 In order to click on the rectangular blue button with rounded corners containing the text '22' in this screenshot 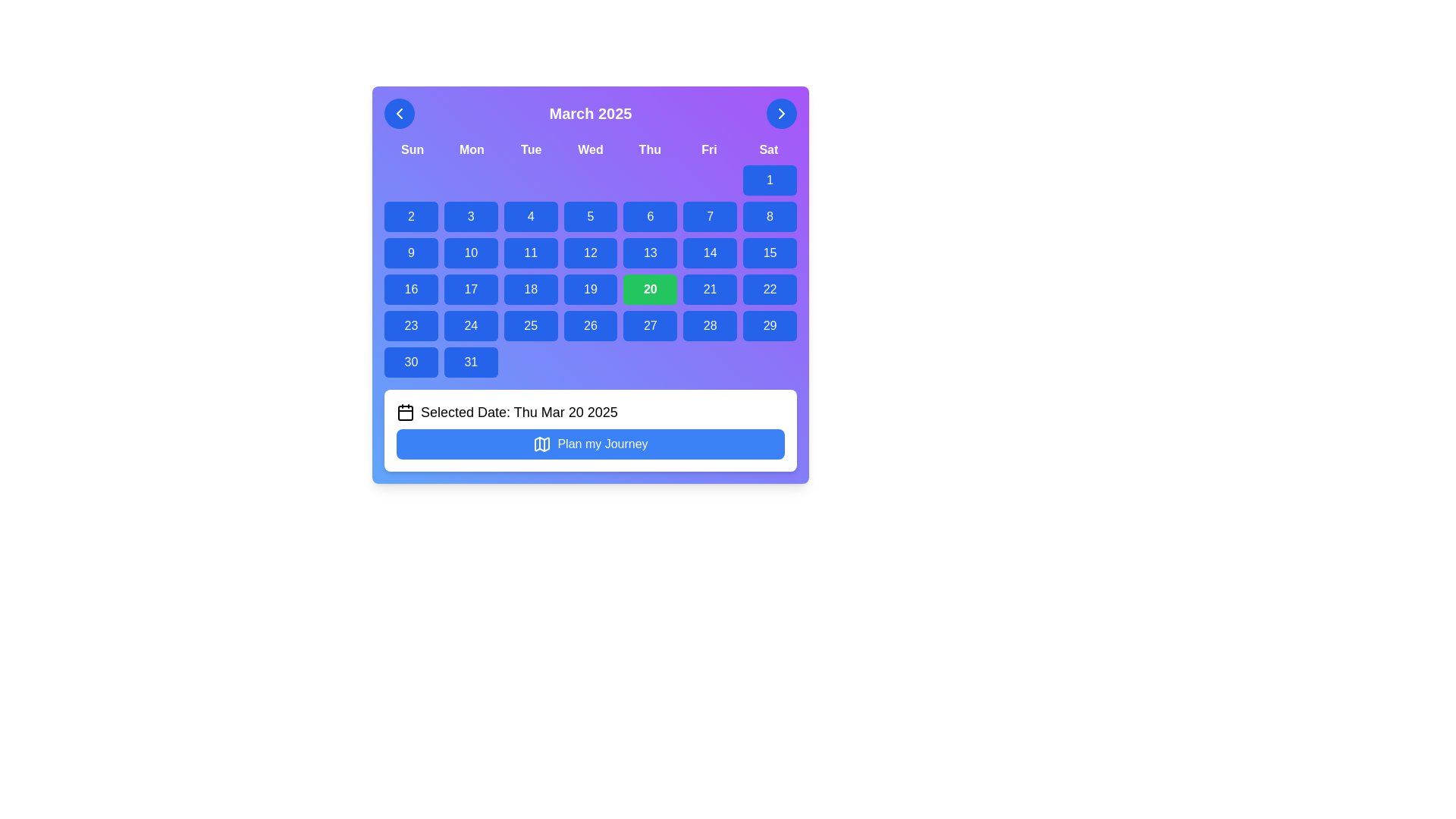, I will do `click(770, 289)`.